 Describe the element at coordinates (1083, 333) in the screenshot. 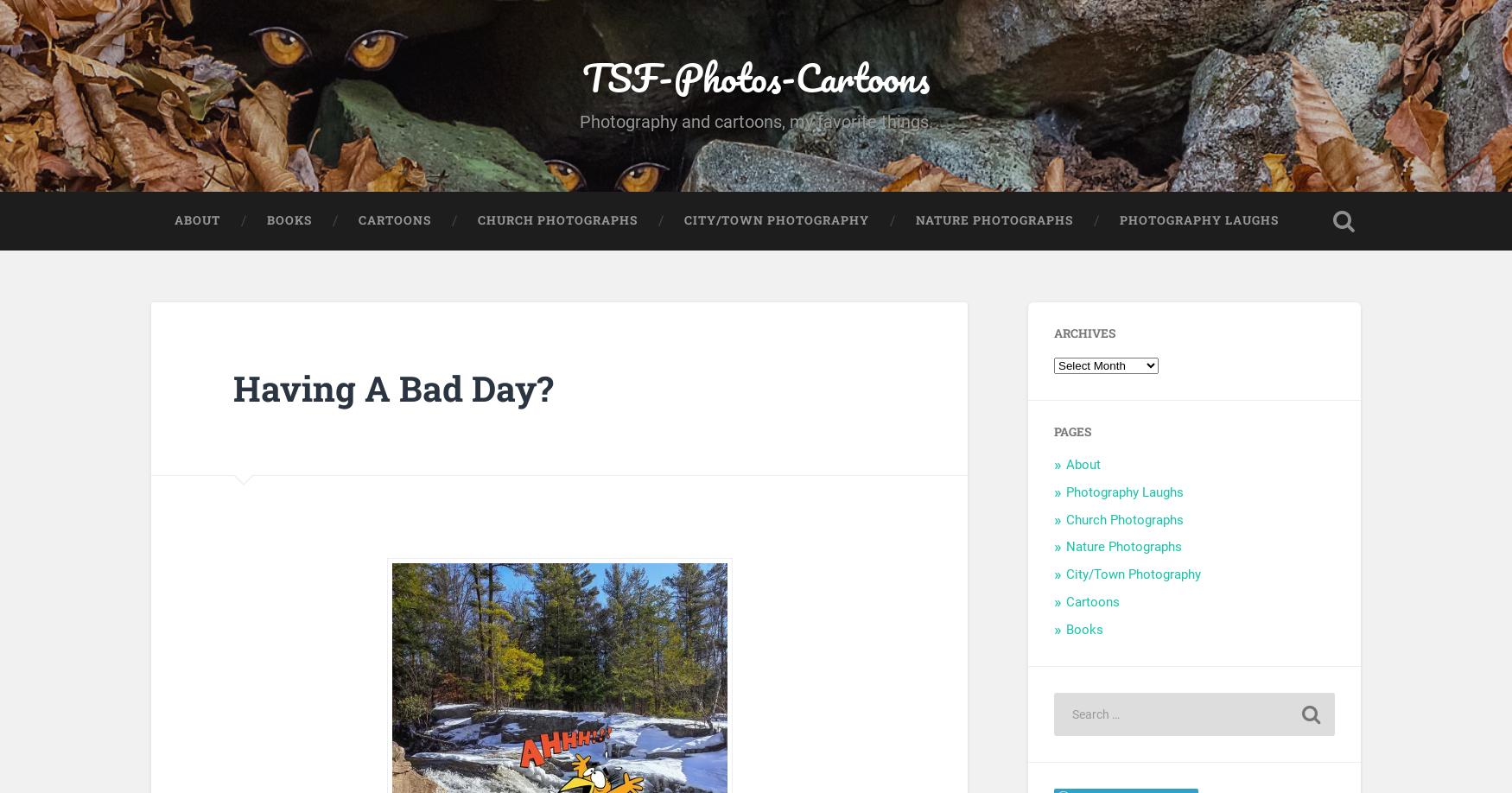

I see `'Archives'` at that location.